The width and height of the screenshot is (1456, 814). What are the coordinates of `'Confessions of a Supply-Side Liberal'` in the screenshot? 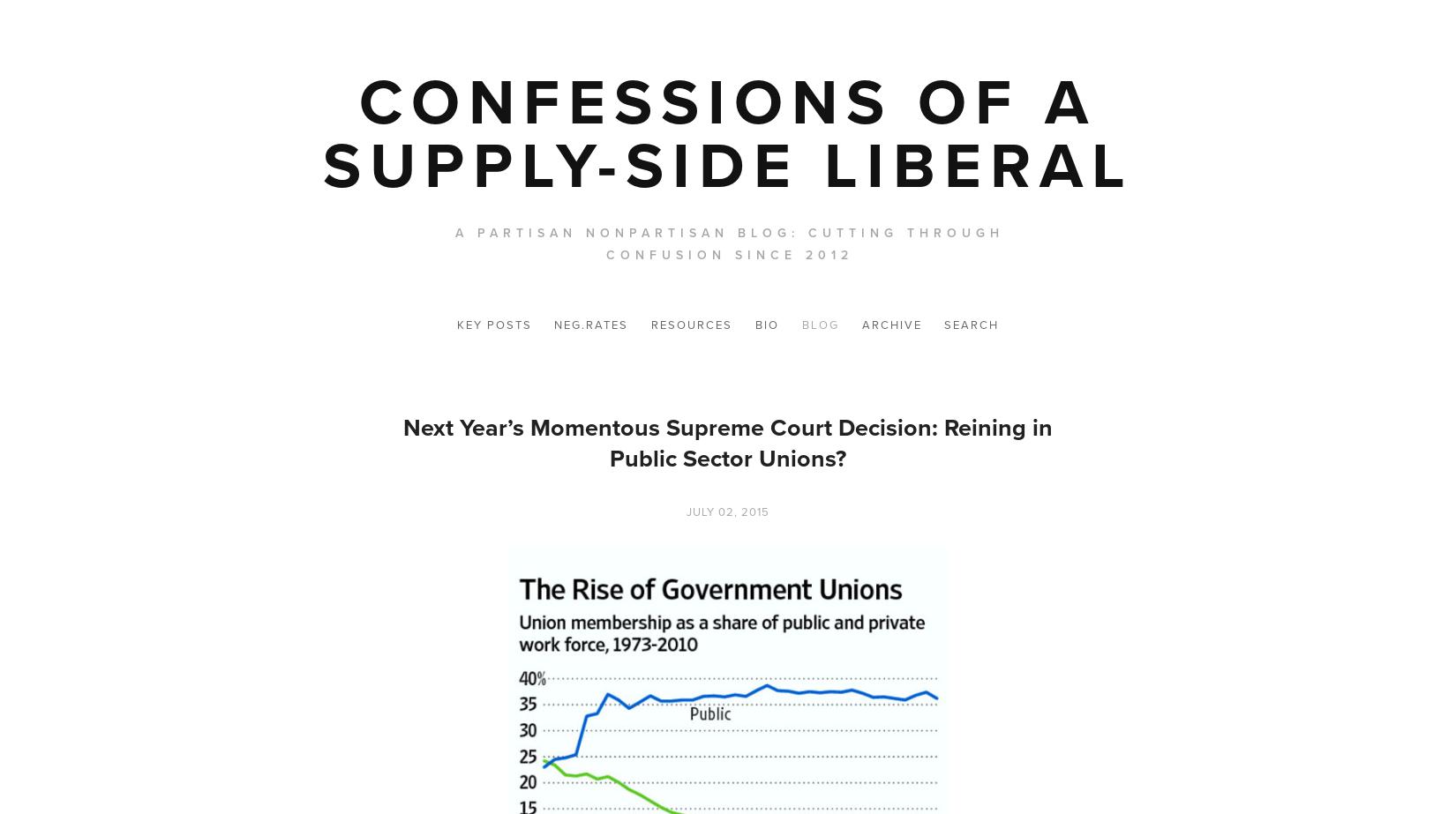 It's located at (726, 133).